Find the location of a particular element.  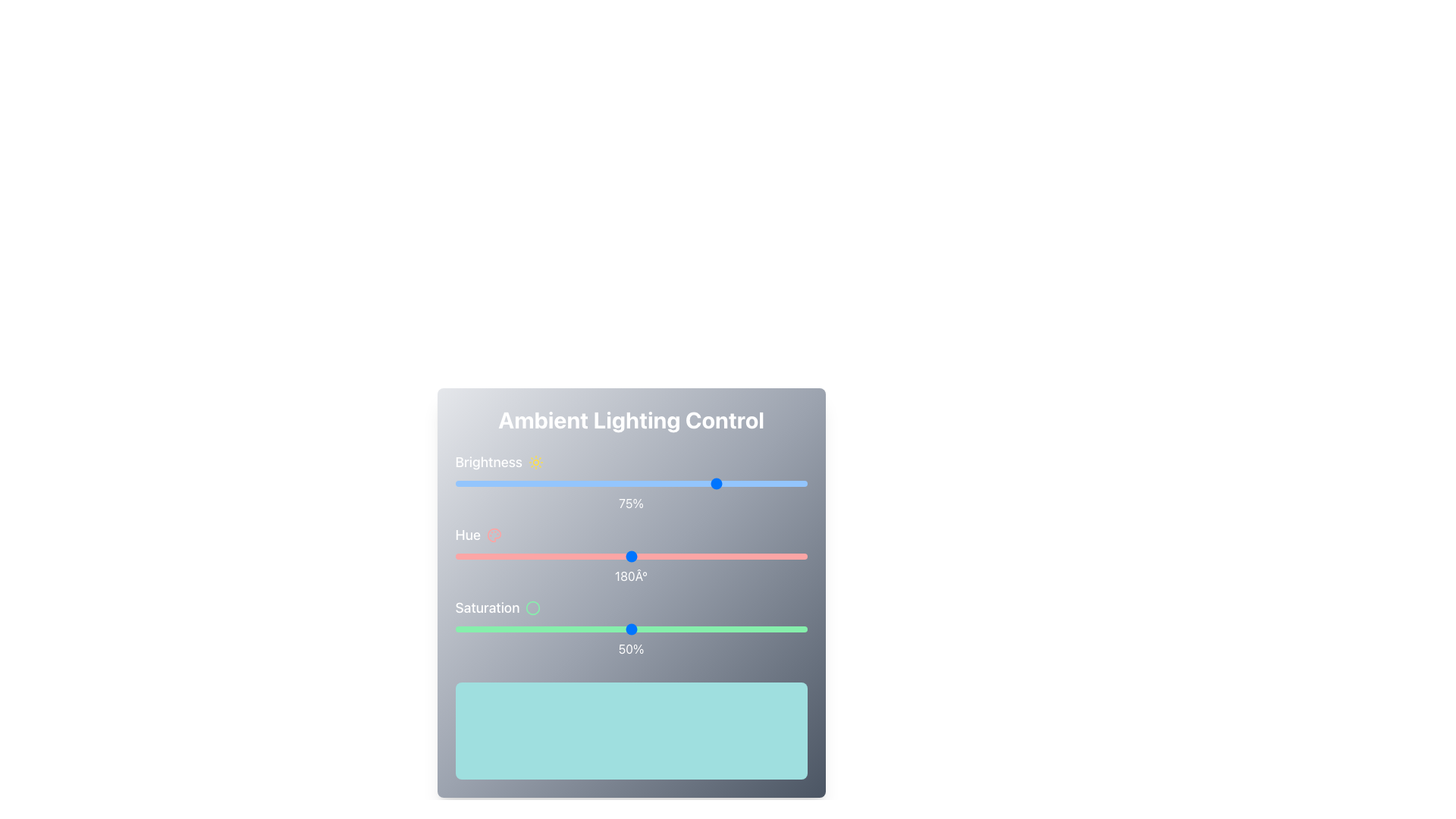

the hue value is located at coordinates (637, 556).